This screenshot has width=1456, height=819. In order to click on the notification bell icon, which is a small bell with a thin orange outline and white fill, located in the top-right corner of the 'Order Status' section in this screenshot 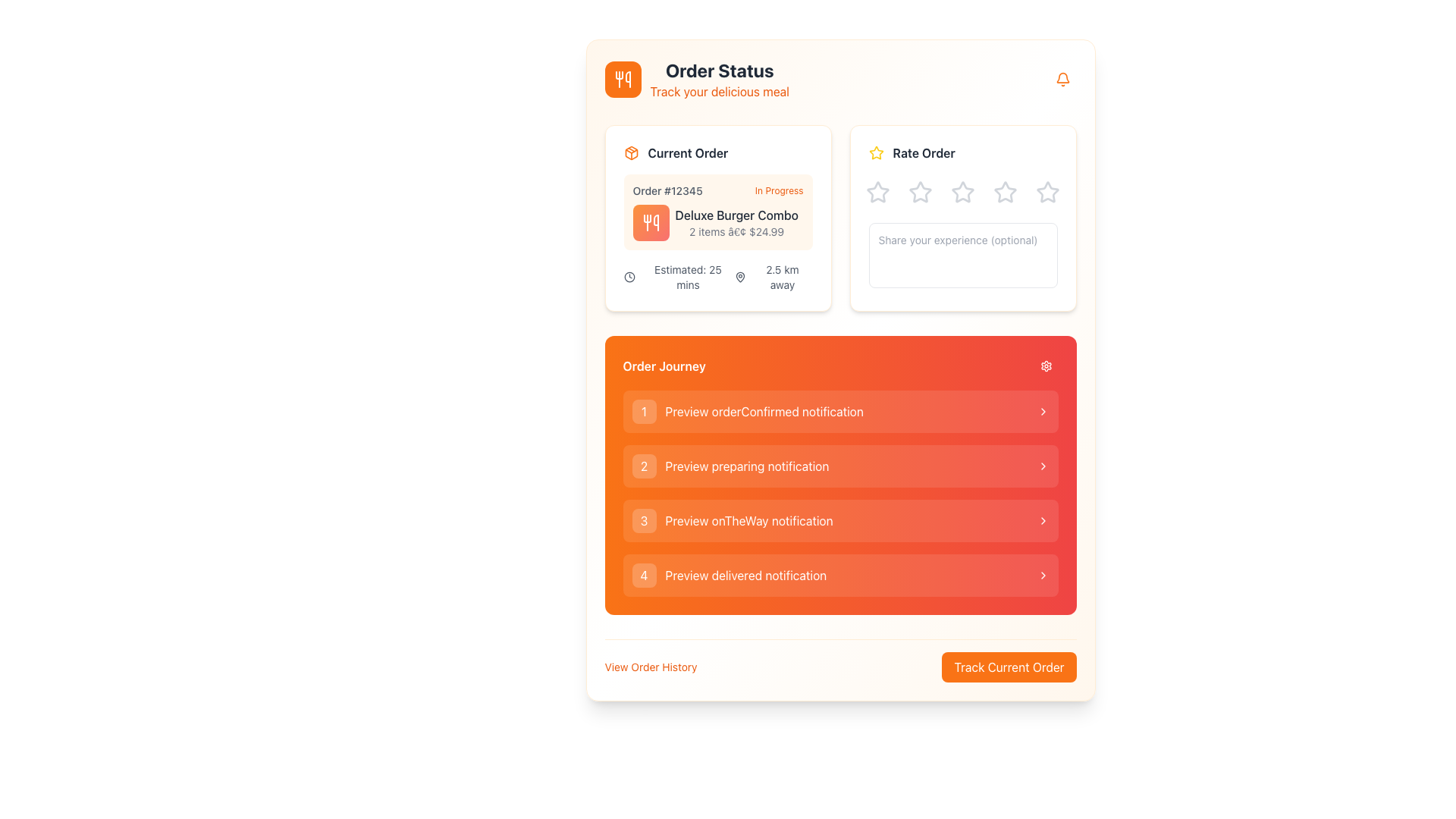, I will do `click(1062, 79)`.